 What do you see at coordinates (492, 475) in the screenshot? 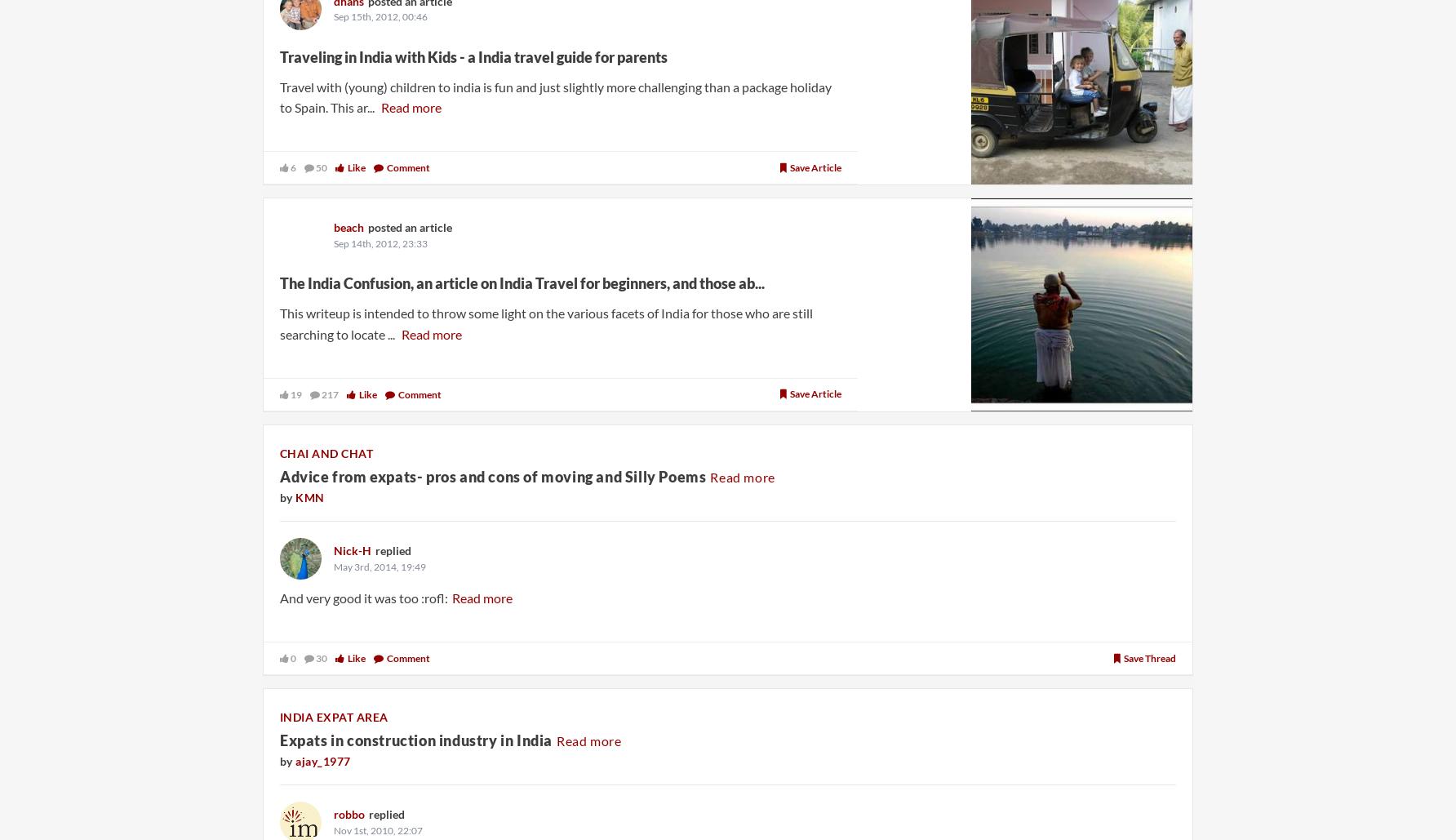
I see `'Advice from expats- pros and cons of moving and Silly Poems'` at bounding box center [492, 475].